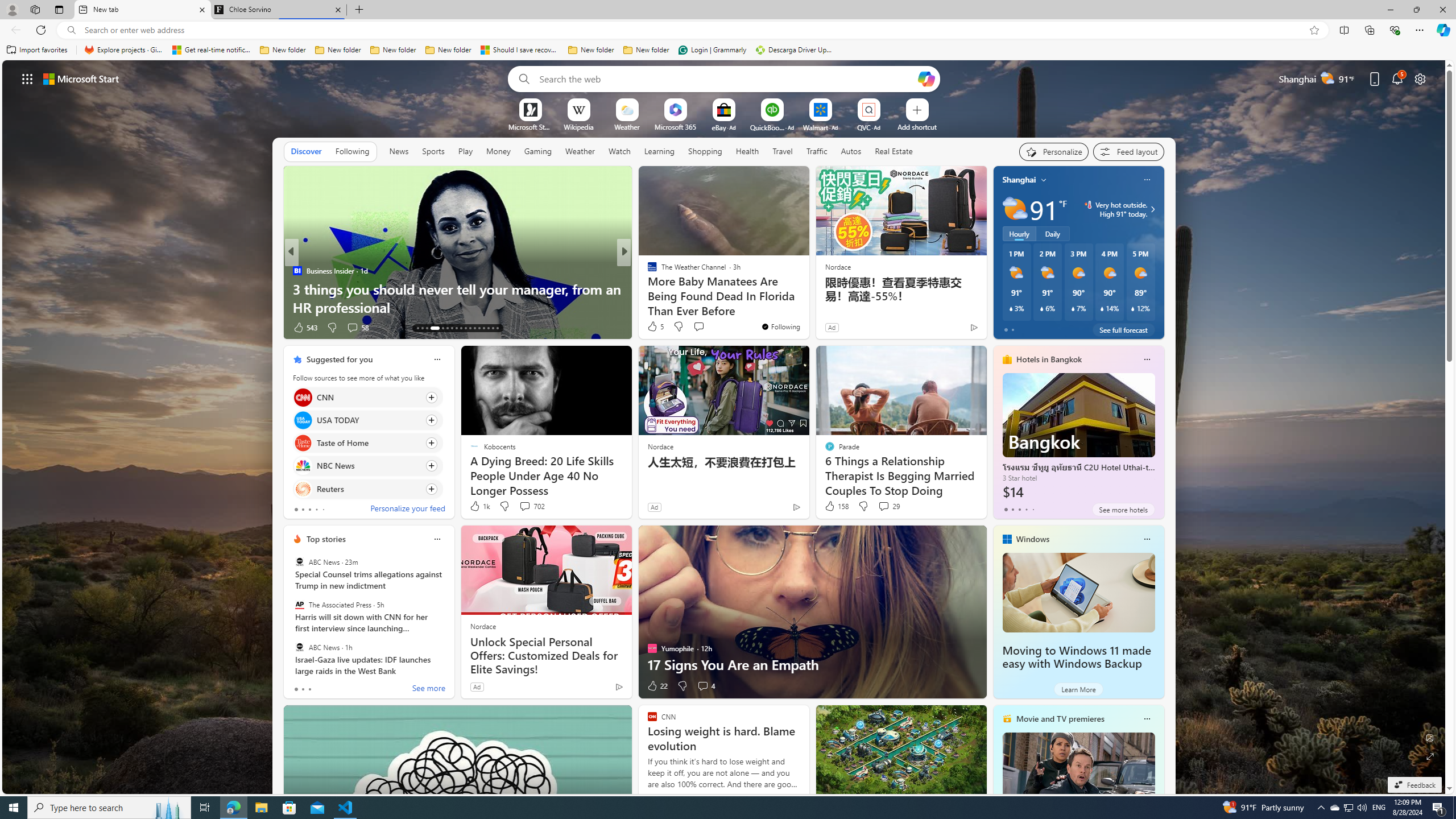 The image size is (1456, 819). I want to click on 'Shopping', so click(705, 150).